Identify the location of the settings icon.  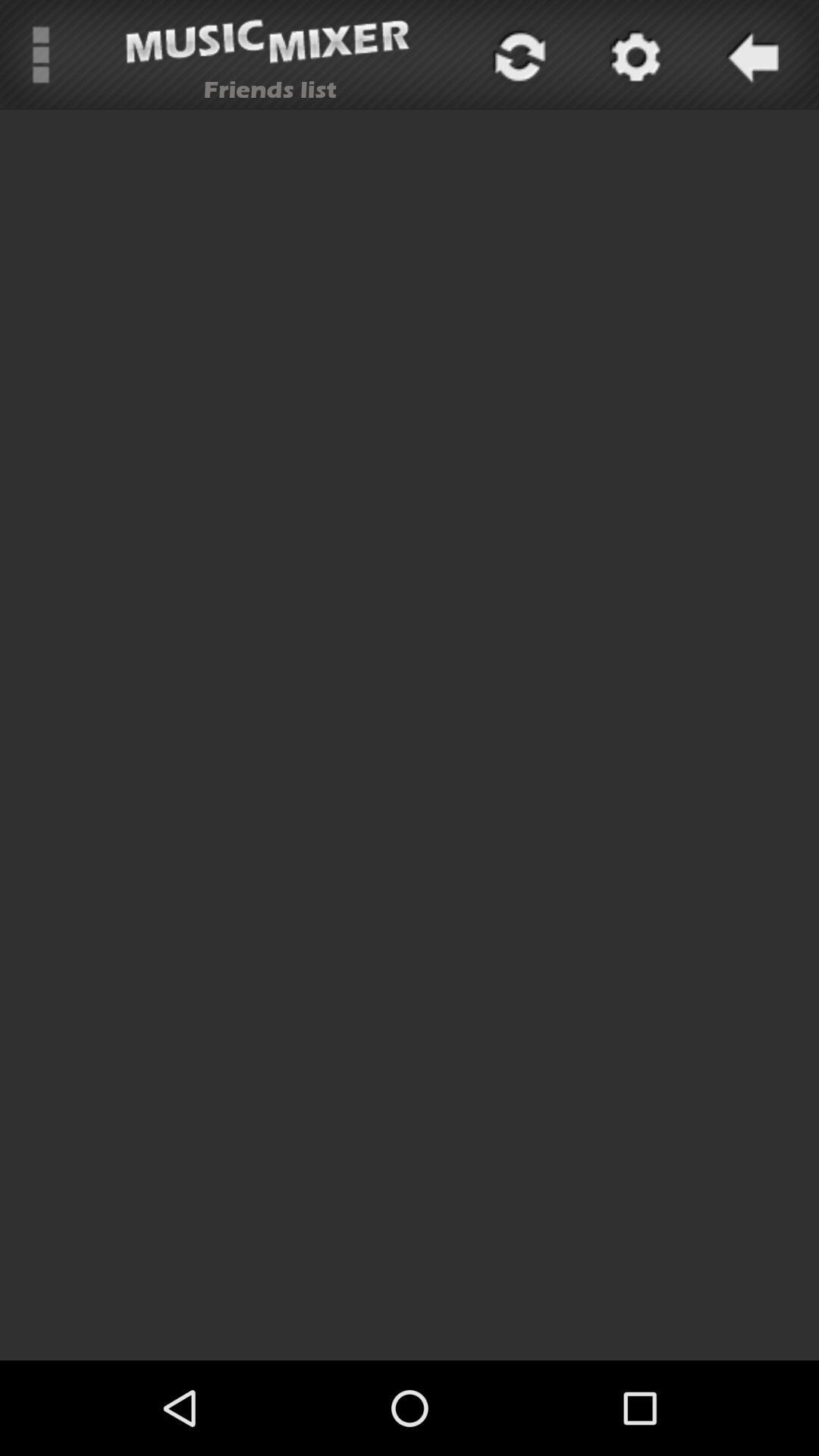
(633, 58).